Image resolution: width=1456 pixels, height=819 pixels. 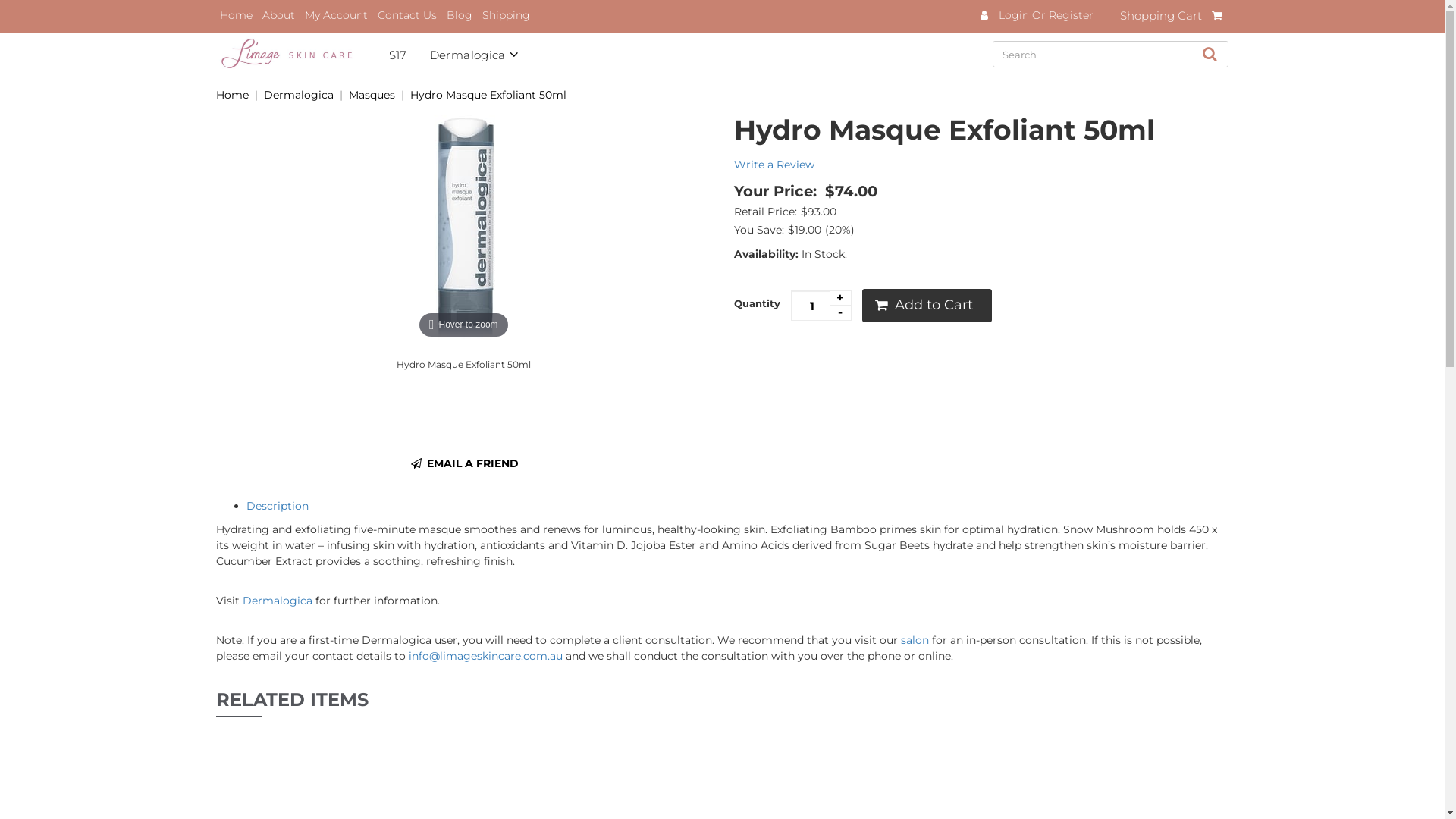 I want to click on 'About', so click(x=278, y=14).